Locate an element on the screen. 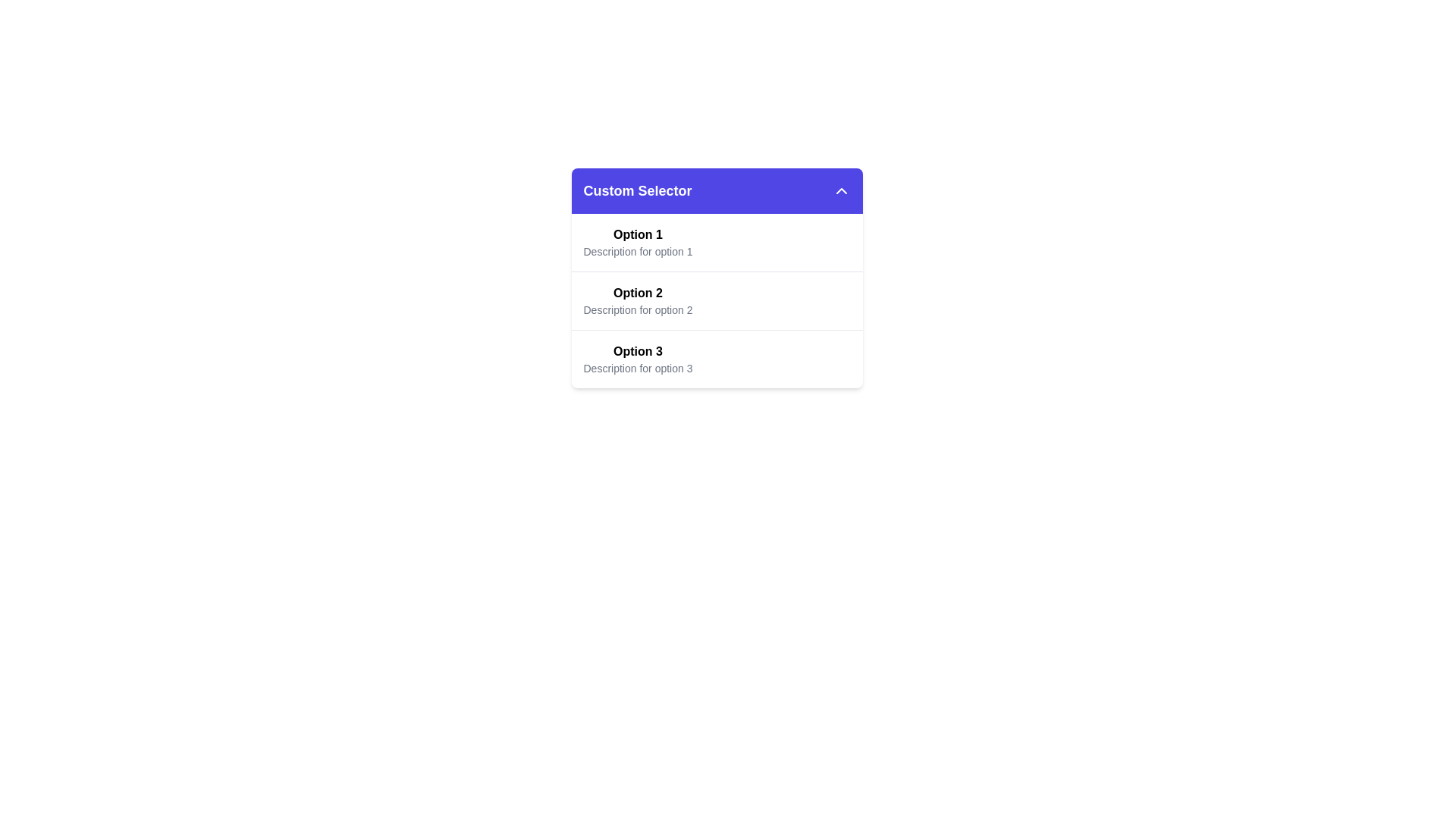 Image resolution: width=1456 pixels, height=819 pixels. the second option in the 'Custom Selector' dropdown menu is located at coordinates (716, 278).